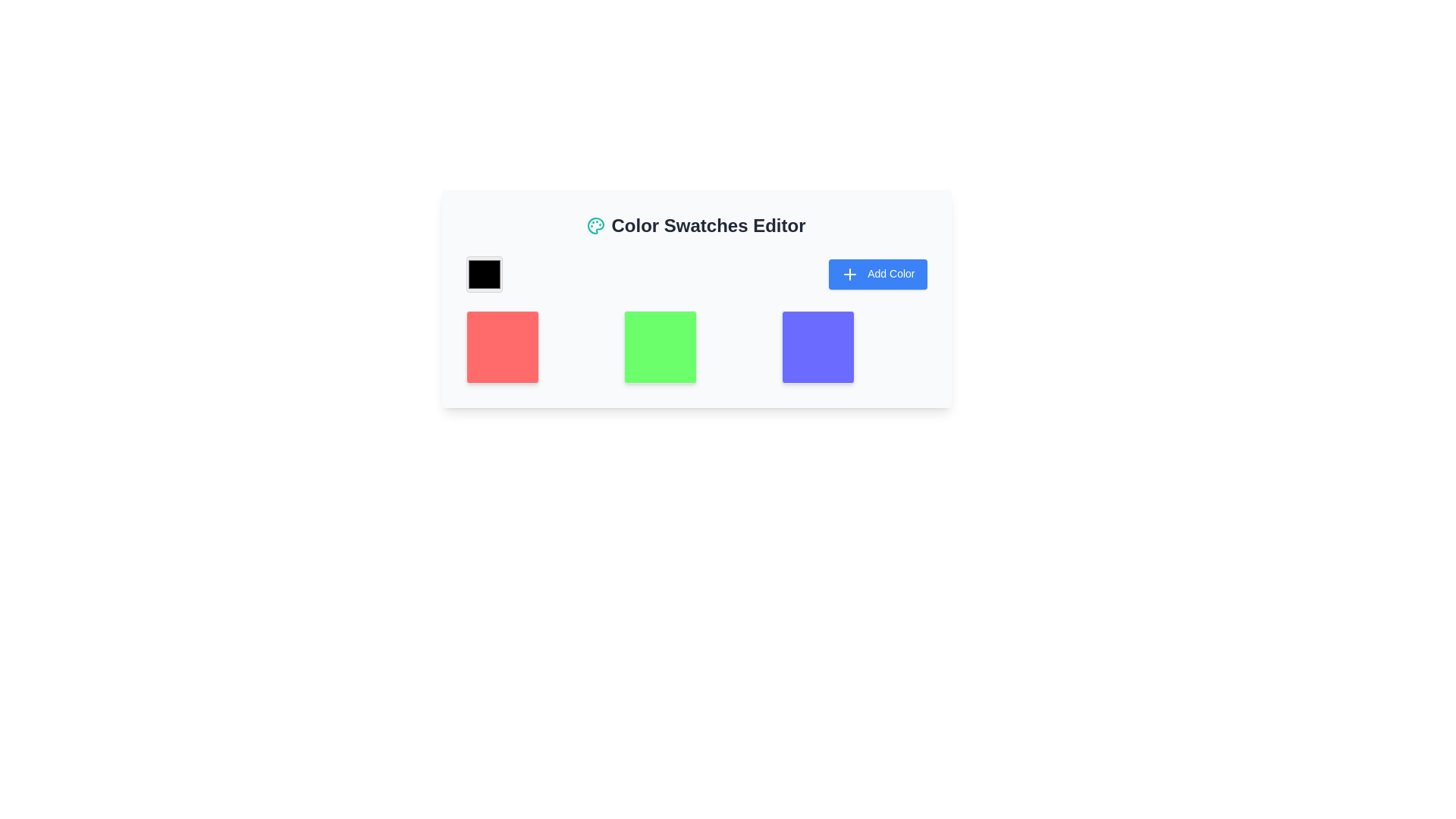 Image resolution: width=1456 pixels, height=819 pixels. What do you see at coordinates (754, 325) in the screenshot?
I see `the 'delete' button located near the bottom-right of the green swatch to potentially reveal more options` at bounding box center [754, 325].